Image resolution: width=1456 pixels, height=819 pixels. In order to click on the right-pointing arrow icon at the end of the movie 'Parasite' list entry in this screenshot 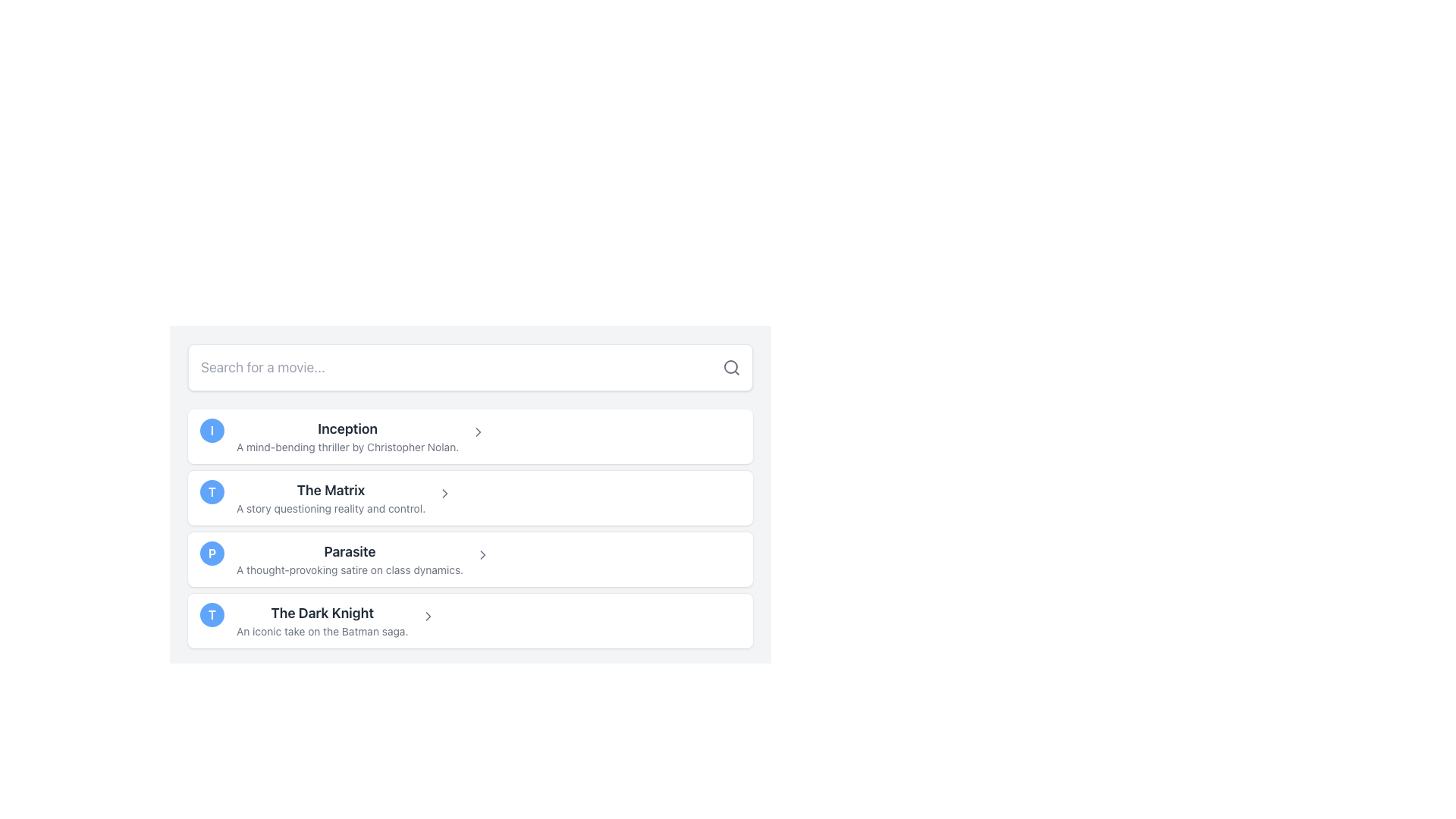, I will do `click(482, 555)`.